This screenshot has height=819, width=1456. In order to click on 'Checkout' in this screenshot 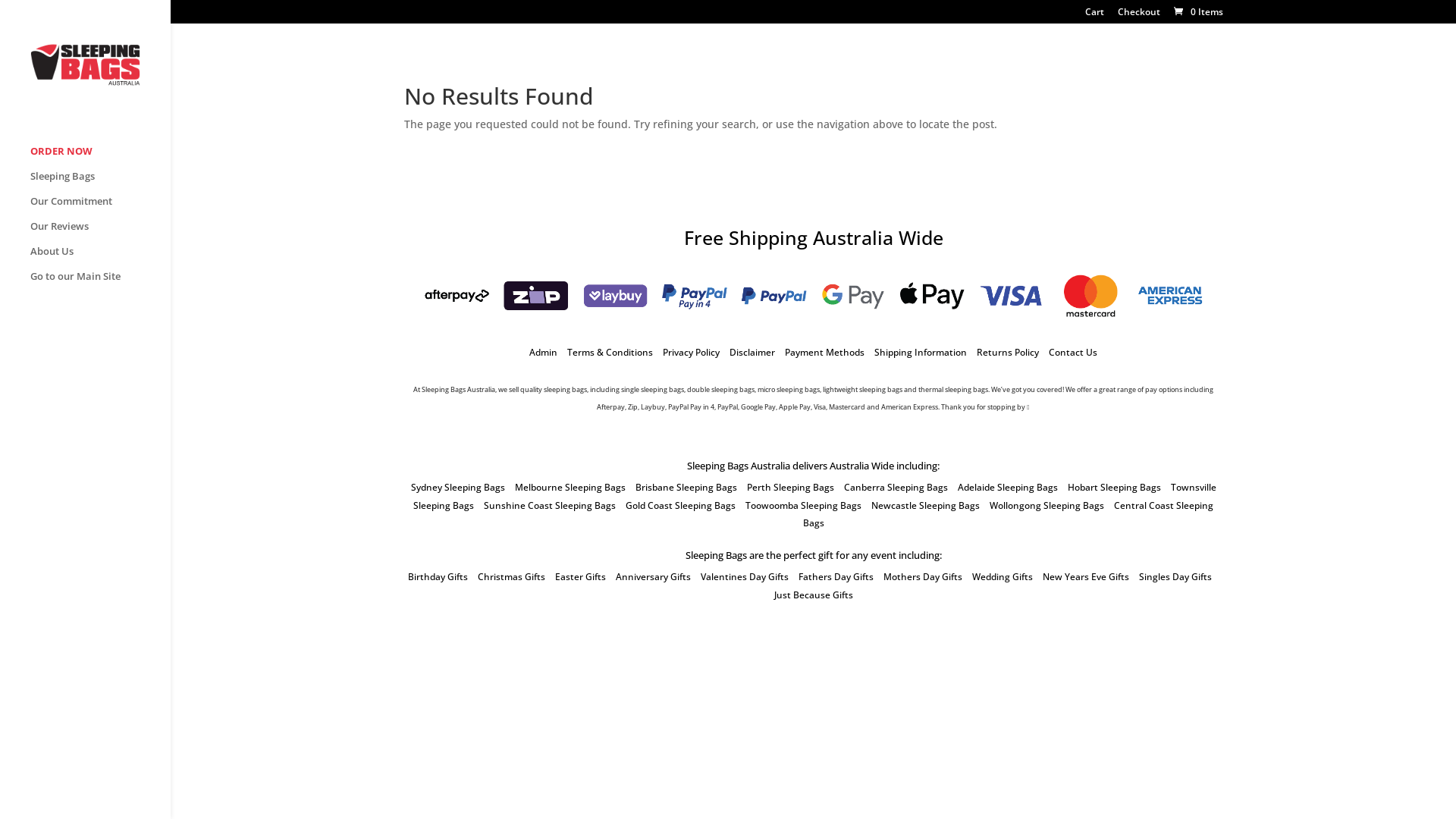, I will do `click(1117, 15)`.